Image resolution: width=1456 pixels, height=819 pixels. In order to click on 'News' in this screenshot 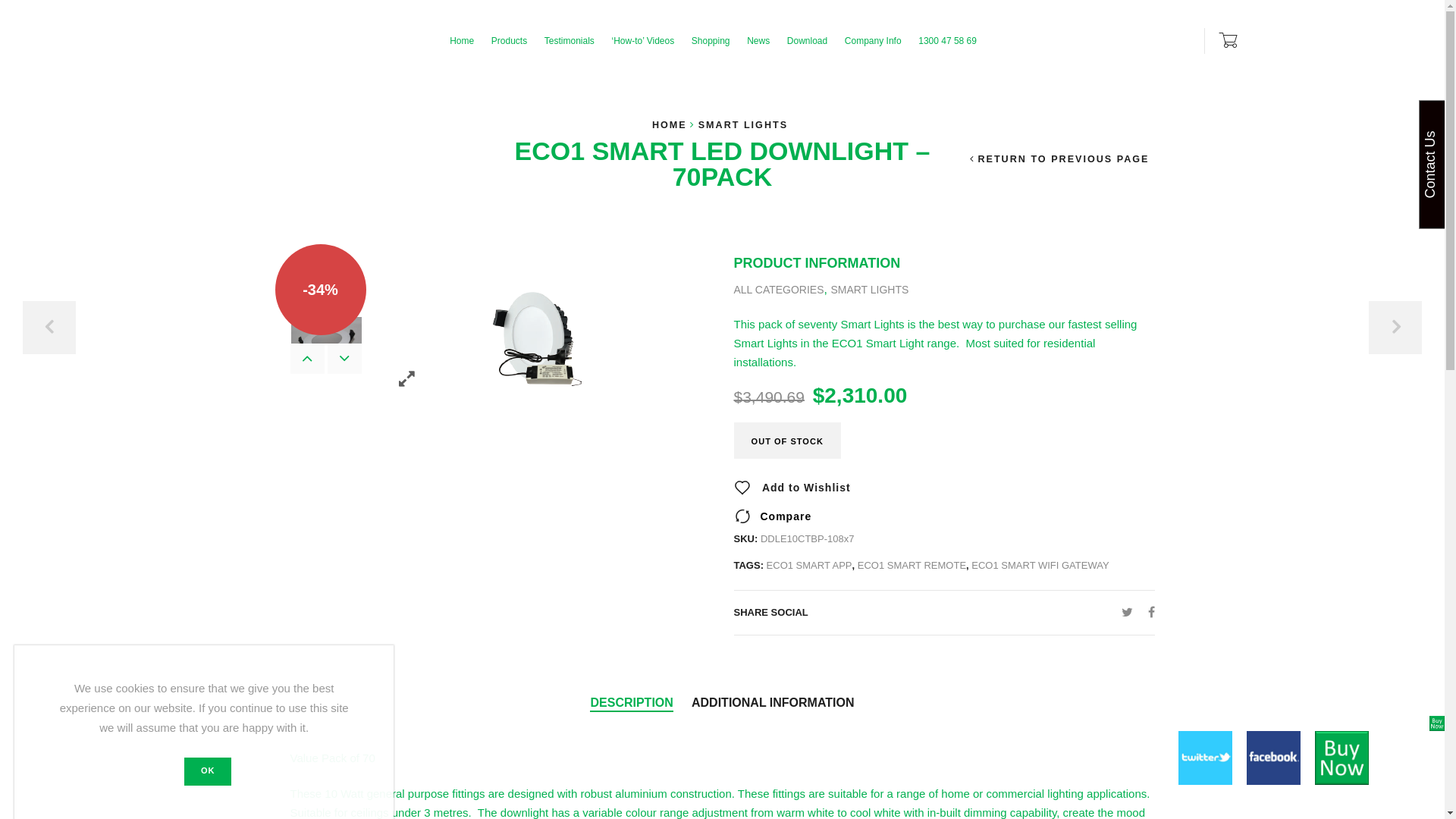, I will do `click(758, 40)`.